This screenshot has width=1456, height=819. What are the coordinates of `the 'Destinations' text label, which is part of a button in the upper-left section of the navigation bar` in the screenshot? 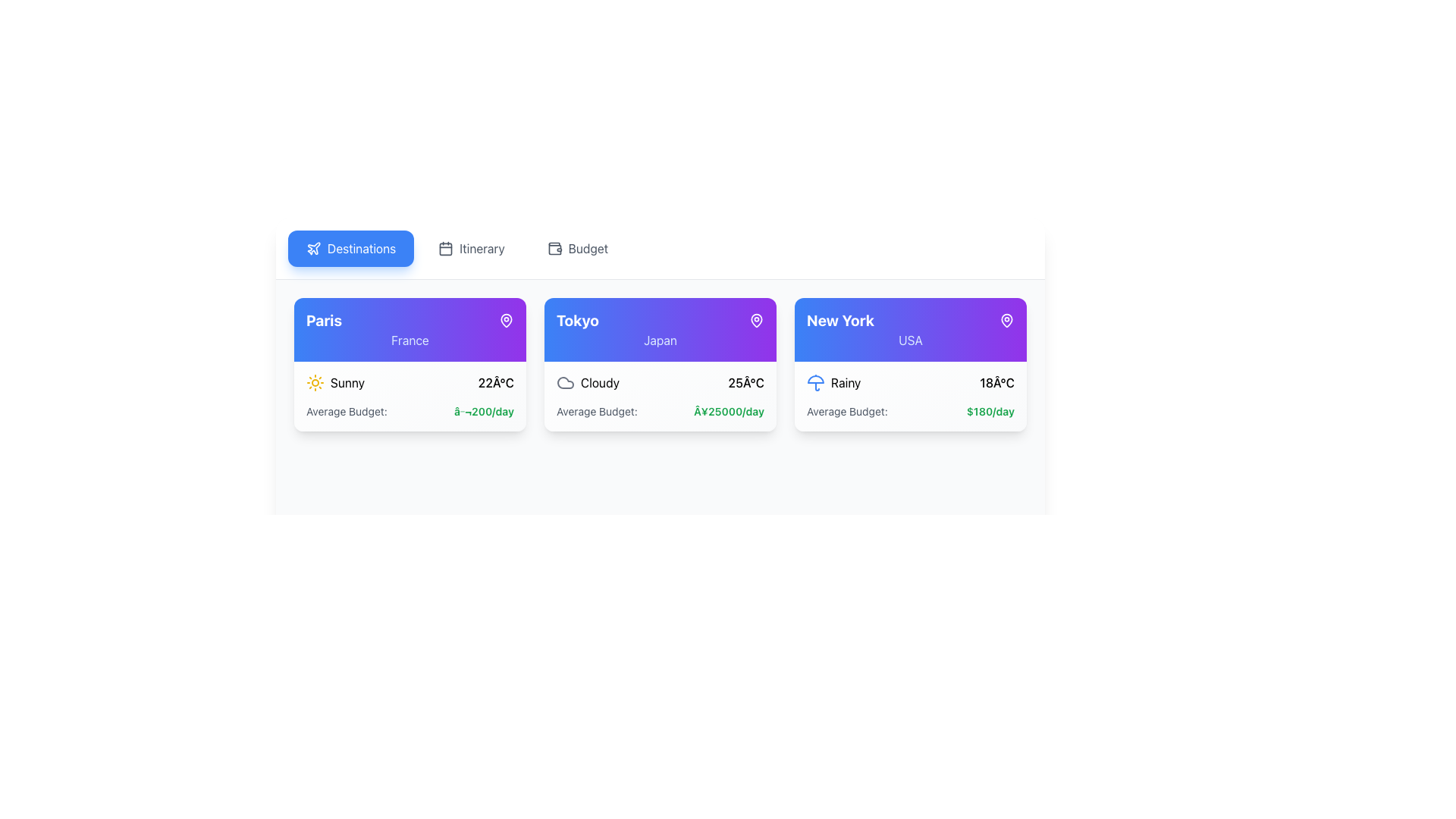 It's located at (361, 247).